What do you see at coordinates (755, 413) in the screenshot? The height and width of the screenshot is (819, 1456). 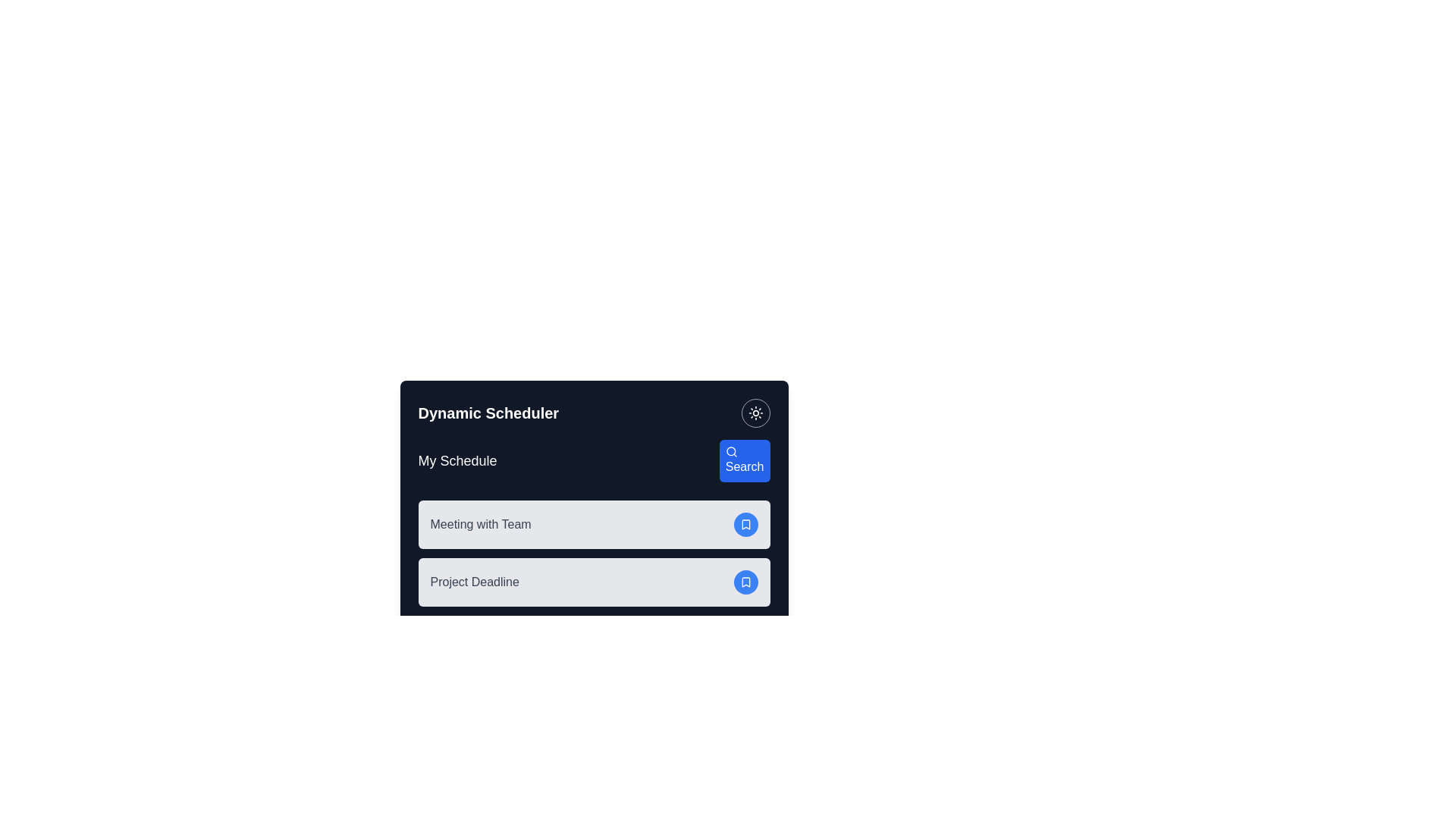 I see `the sunburst icon located at the top-right corner of the 'Dynamic Scheduler' interface` at bounding box center [755, 413].